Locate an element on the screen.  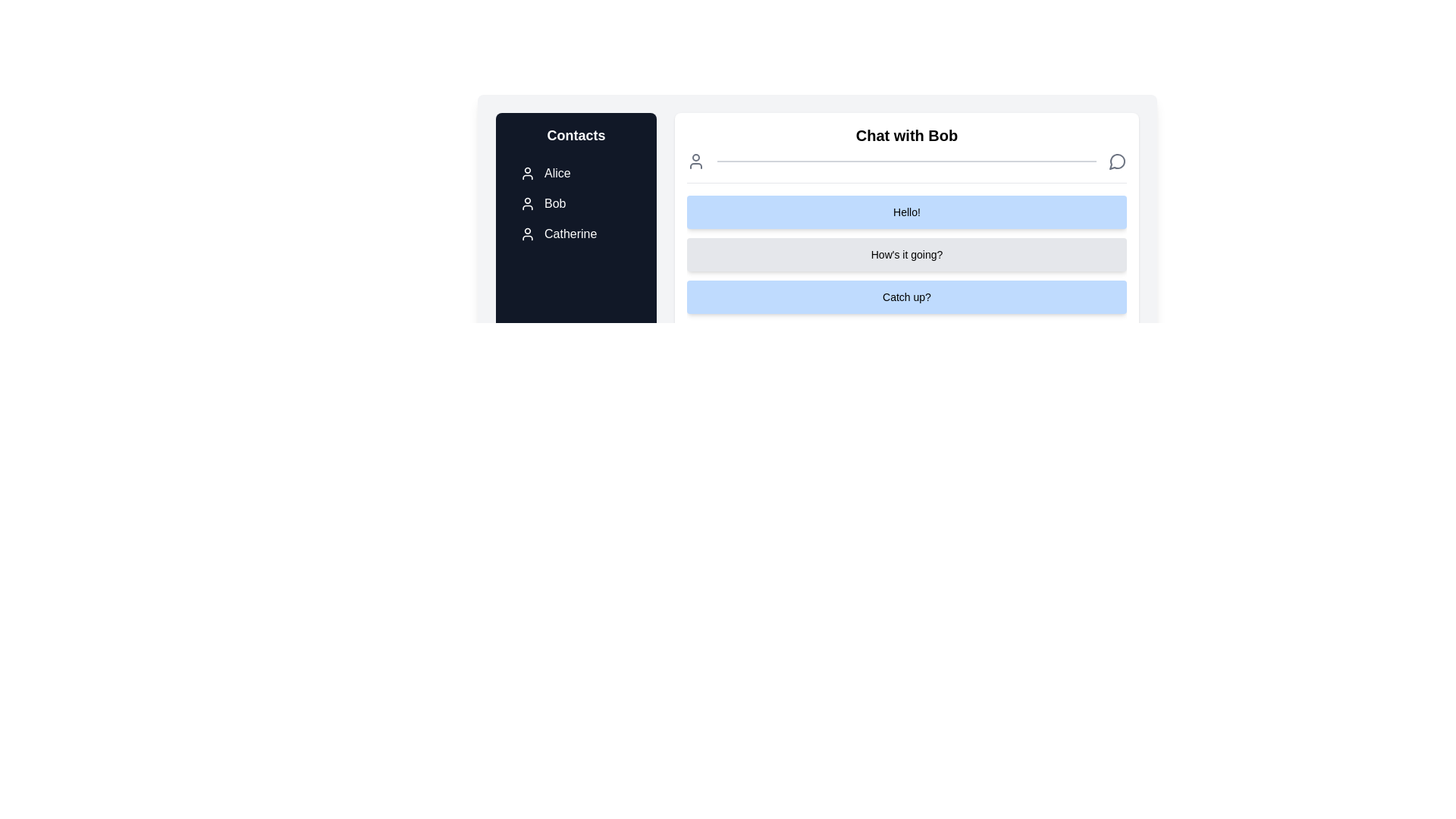
the Decorative UI component with icons that serves as a visual separator located directly below the text 'Chat with Bob' is located at coordinates (906, 161).